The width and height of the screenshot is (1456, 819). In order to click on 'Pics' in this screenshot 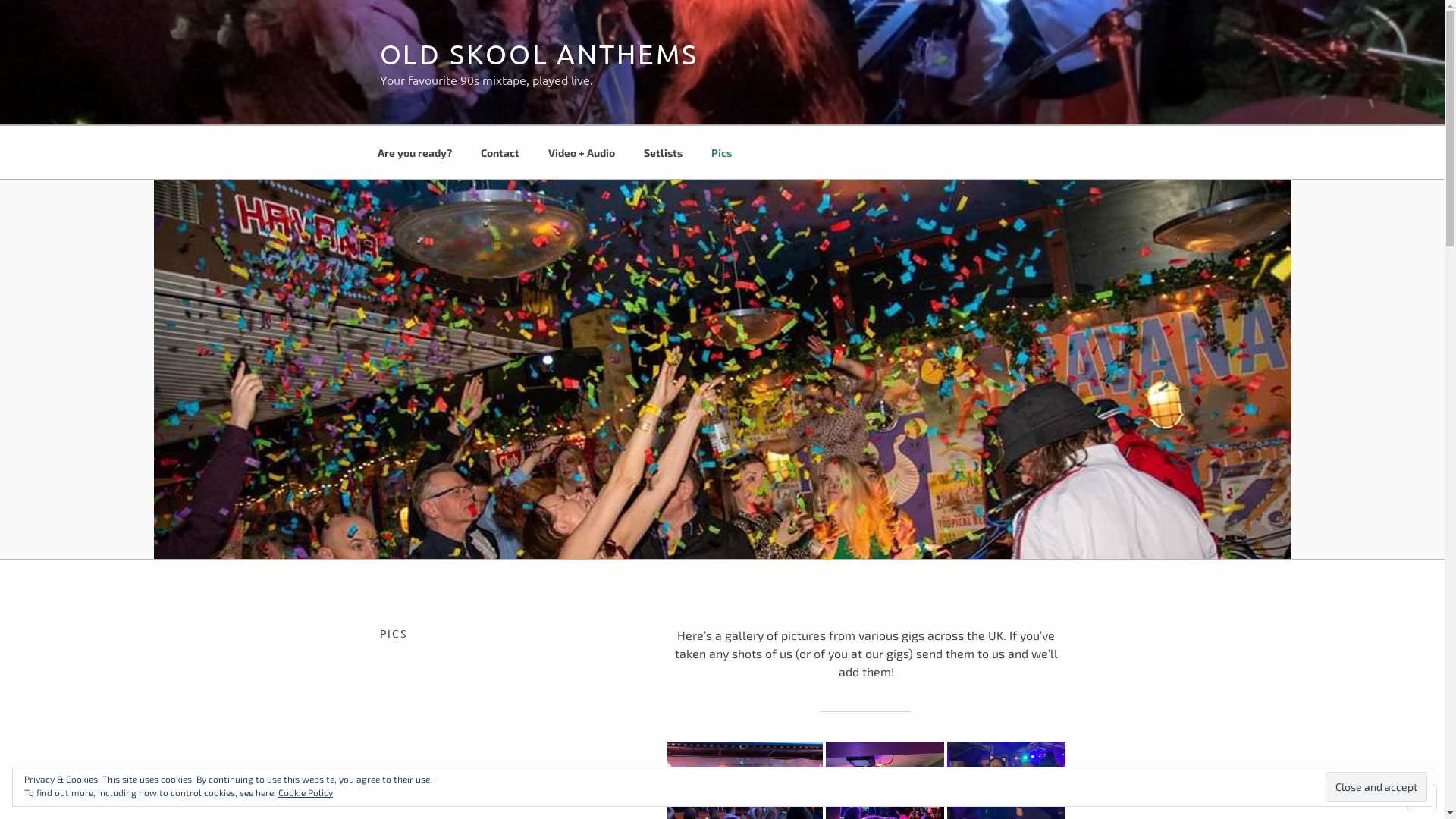, I will do `click(720, 152)`.